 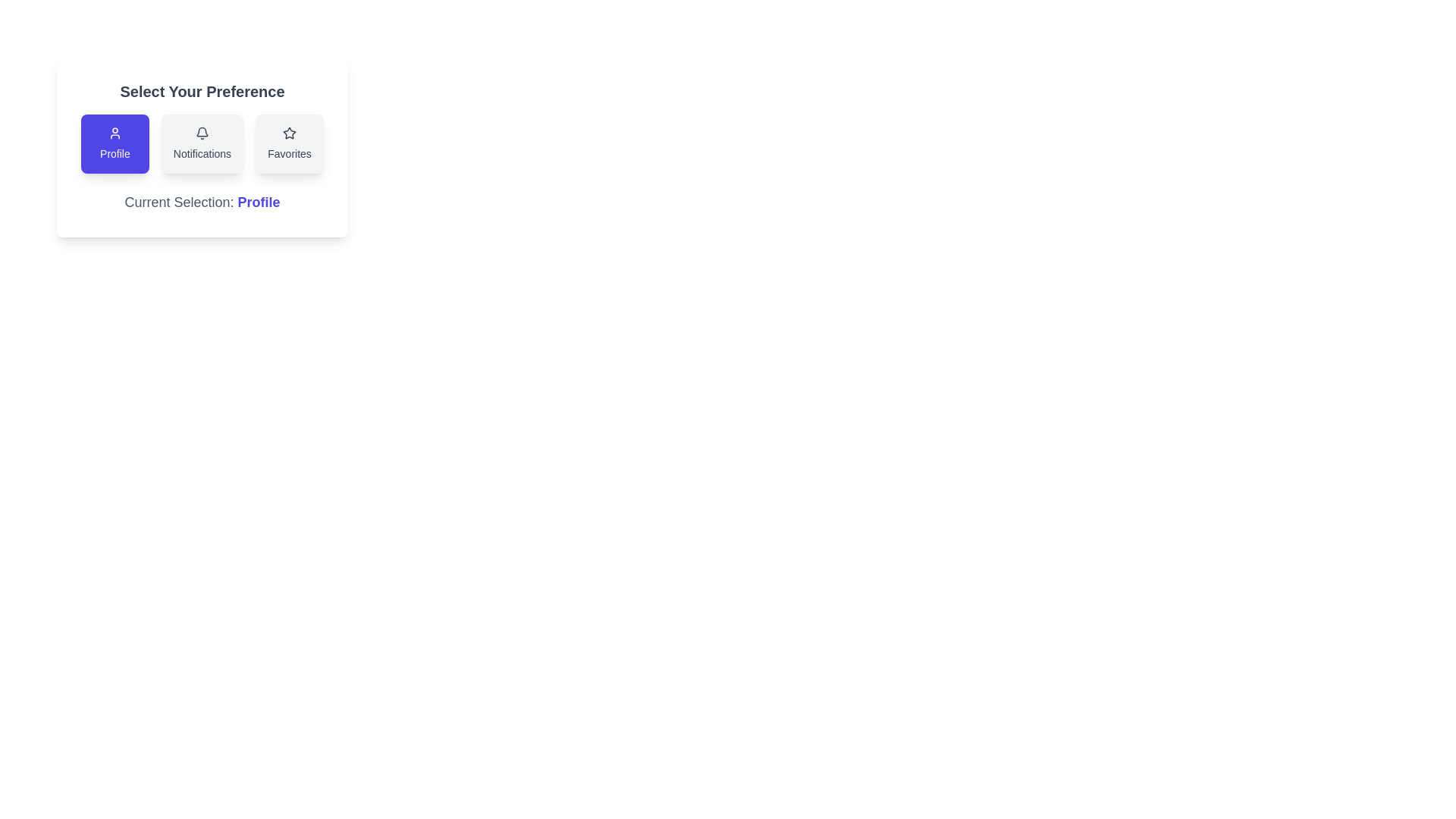 I want to click on the user profile icon, which is part of the 'Profile' button located in the top-left corner of the selection card, so click(x=114, y=133).